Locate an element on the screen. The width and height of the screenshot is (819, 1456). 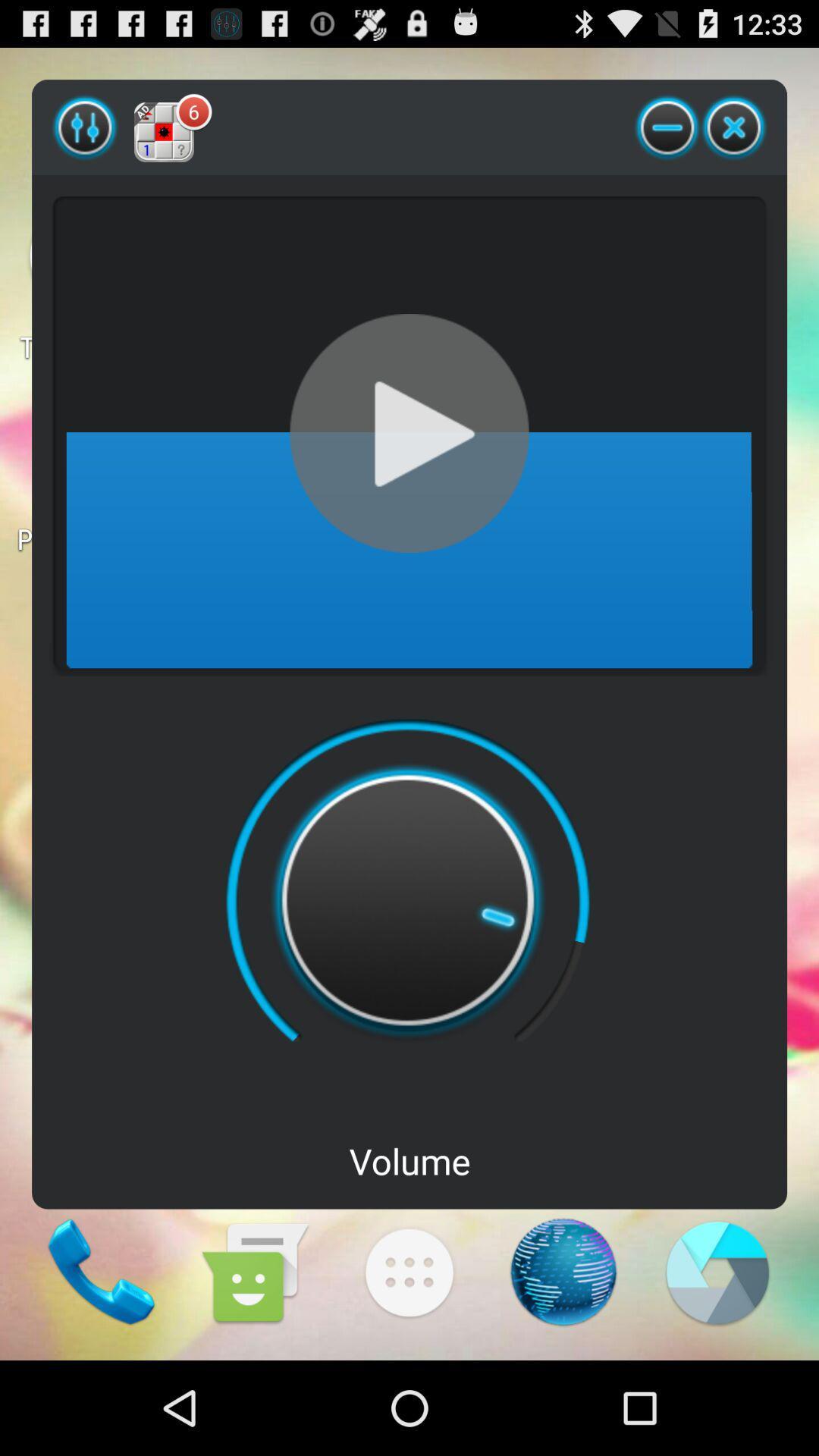
the item next to the 6 is located at coordinates (667, 127).